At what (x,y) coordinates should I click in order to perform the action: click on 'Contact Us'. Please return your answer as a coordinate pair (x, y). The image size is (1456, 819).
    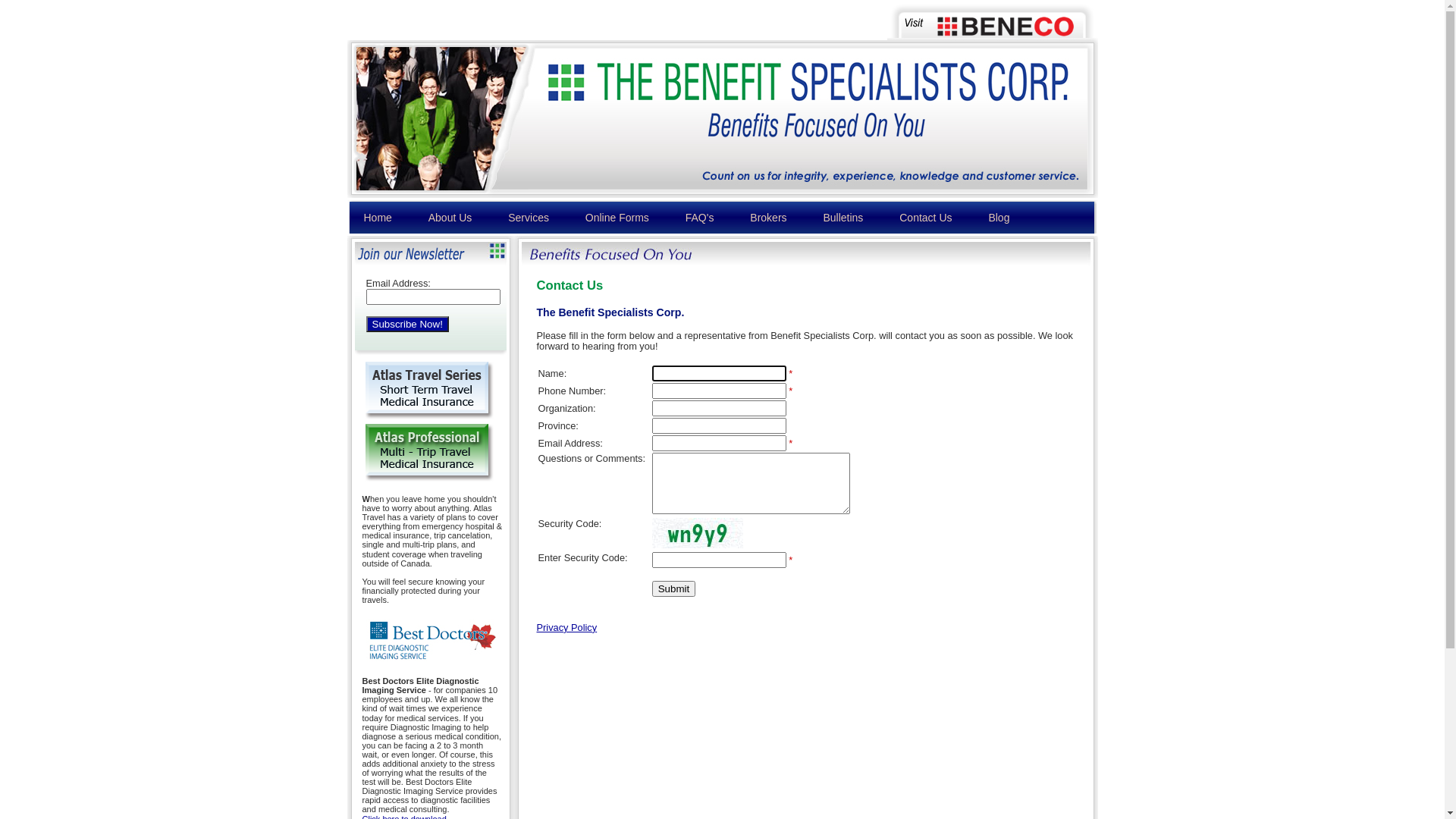
    Looking at the image, I should click on (924, 217).